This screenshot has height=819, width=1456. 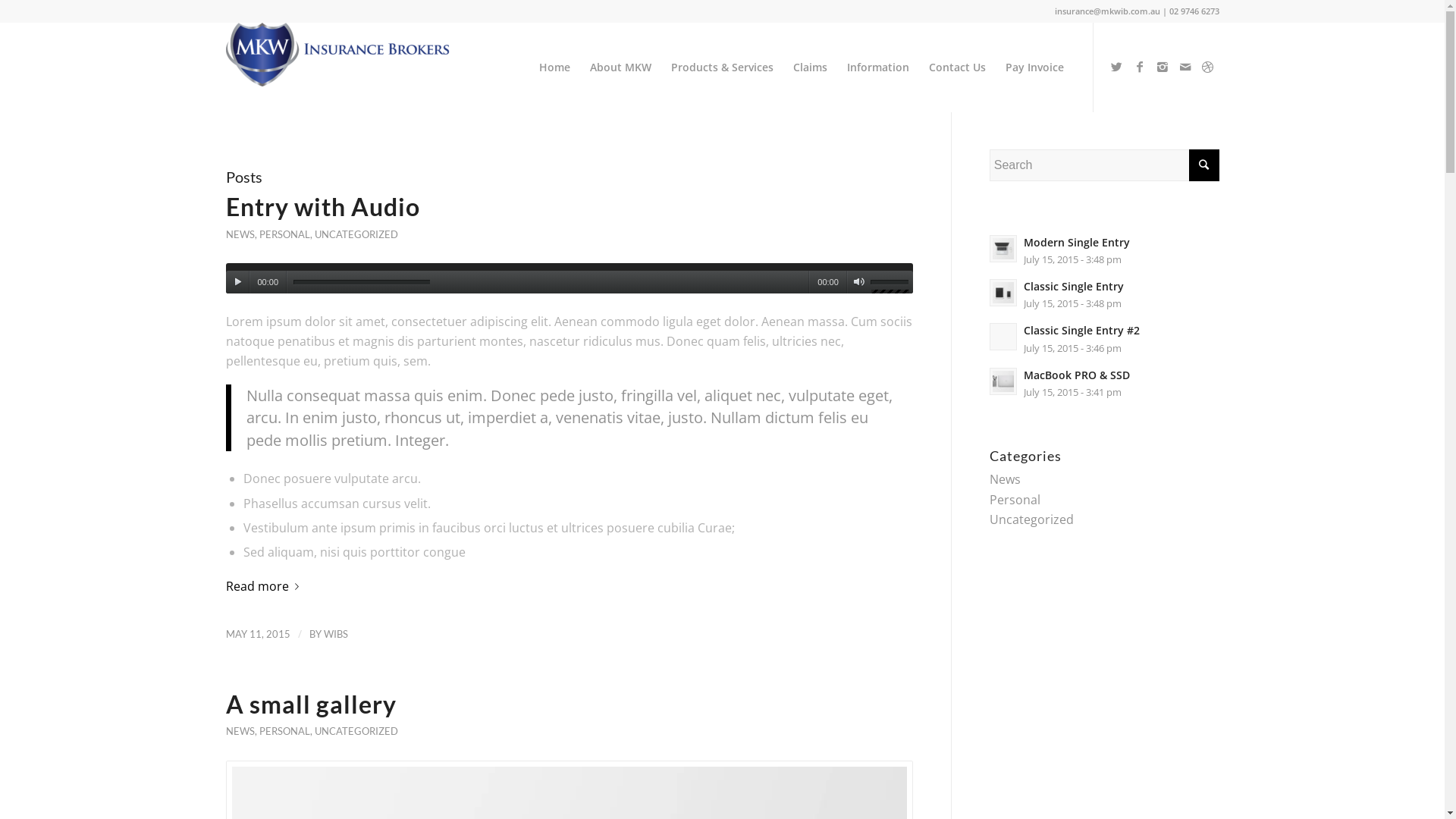 What do you see at coordinates (265, 585) in the screenshot?
I see `'Read more'` at bounding box center [265, 585].